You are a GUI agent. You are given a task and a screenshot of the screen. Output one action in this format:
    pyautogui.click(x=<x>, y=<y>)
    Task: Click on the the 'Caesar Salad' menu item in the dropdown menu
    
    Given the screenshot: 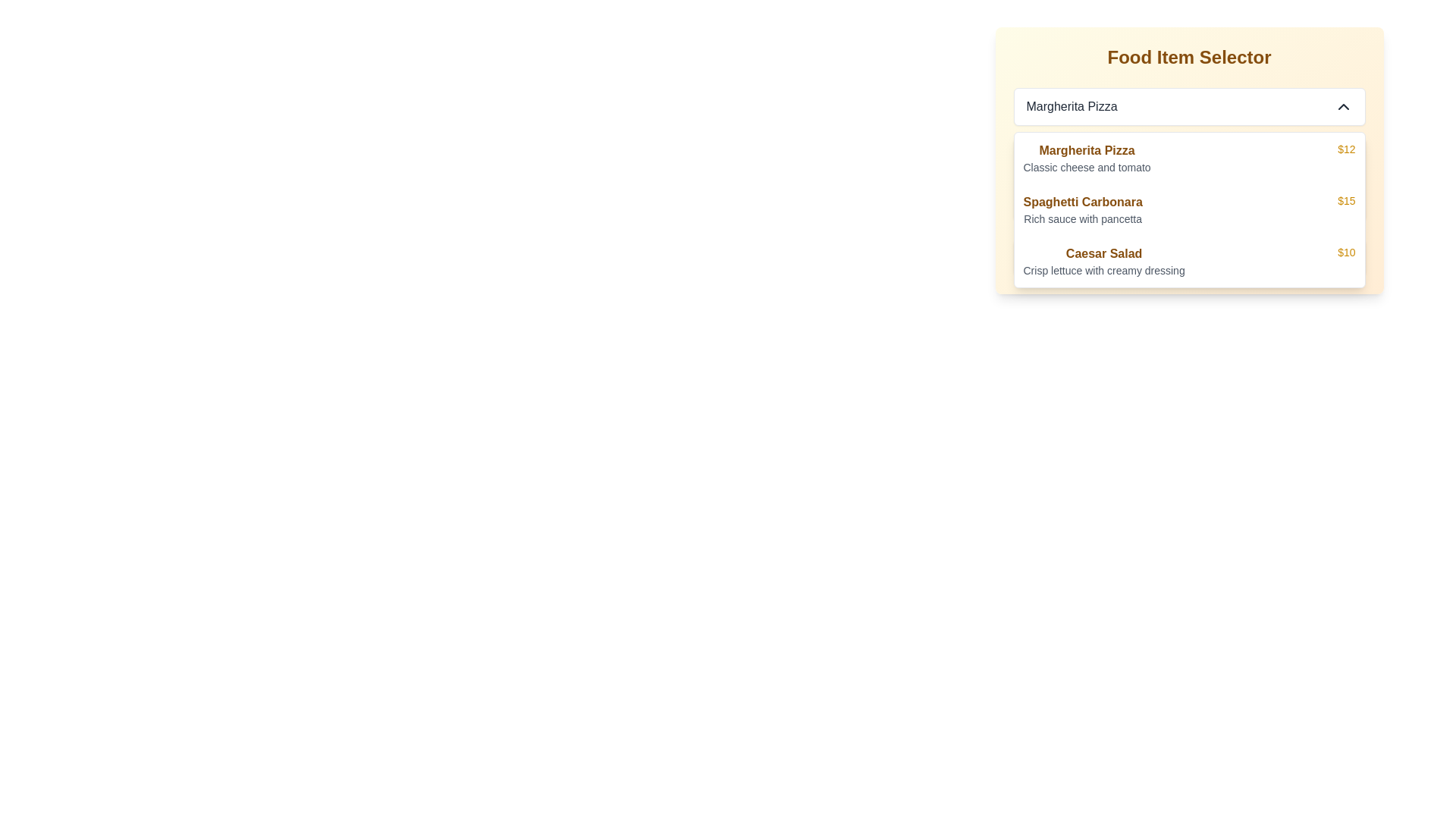 What is the action you would take?
    pyautogui.click(x=1188, y=260)
    